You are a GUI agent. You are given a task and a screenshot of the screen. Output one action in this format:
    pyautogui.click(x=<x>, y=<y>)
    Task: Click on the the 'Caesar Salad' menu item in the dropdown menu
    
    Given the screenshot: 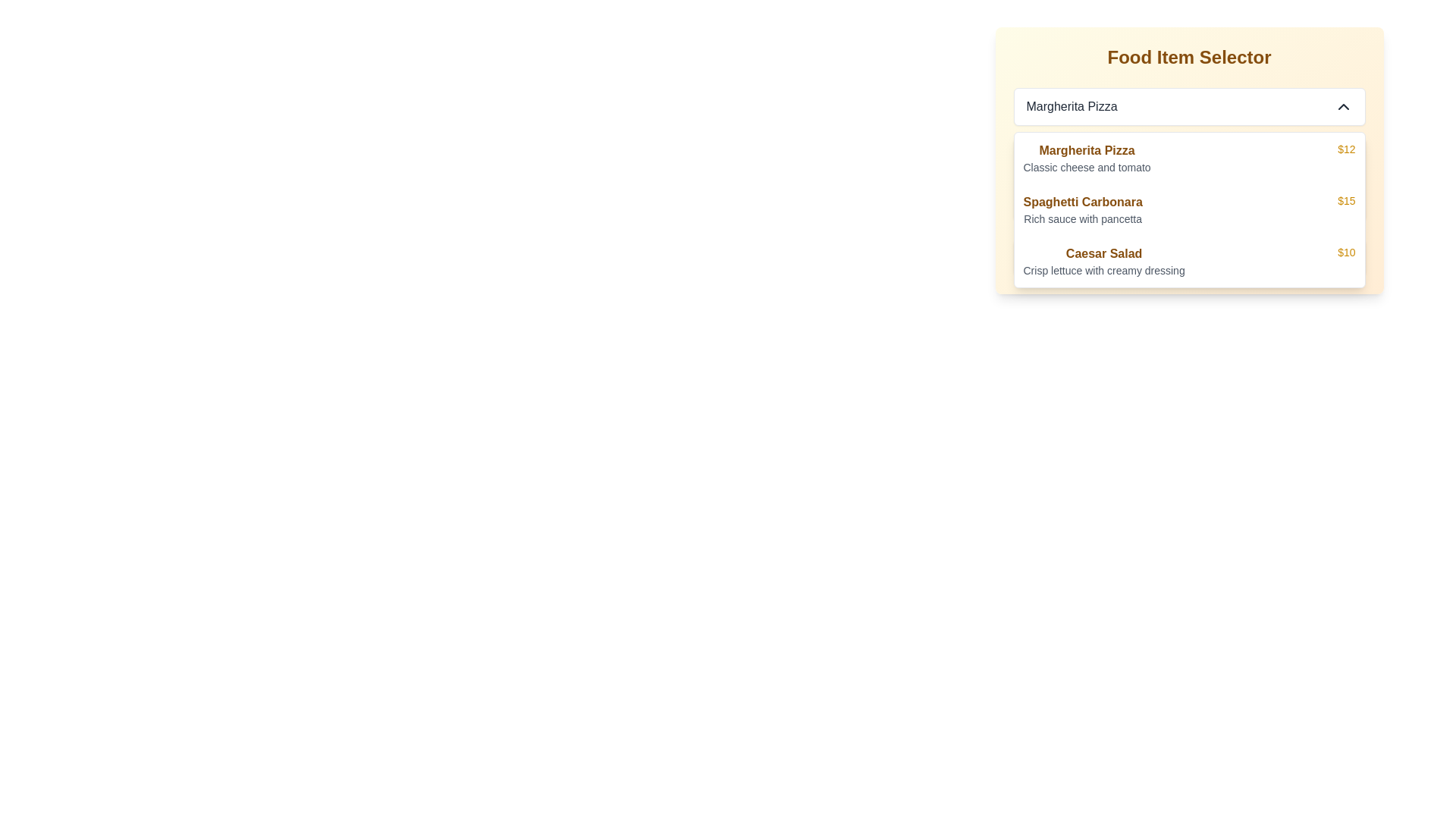 What is the action you would take?
    pyautogui.click(x=1188, y=260)
    